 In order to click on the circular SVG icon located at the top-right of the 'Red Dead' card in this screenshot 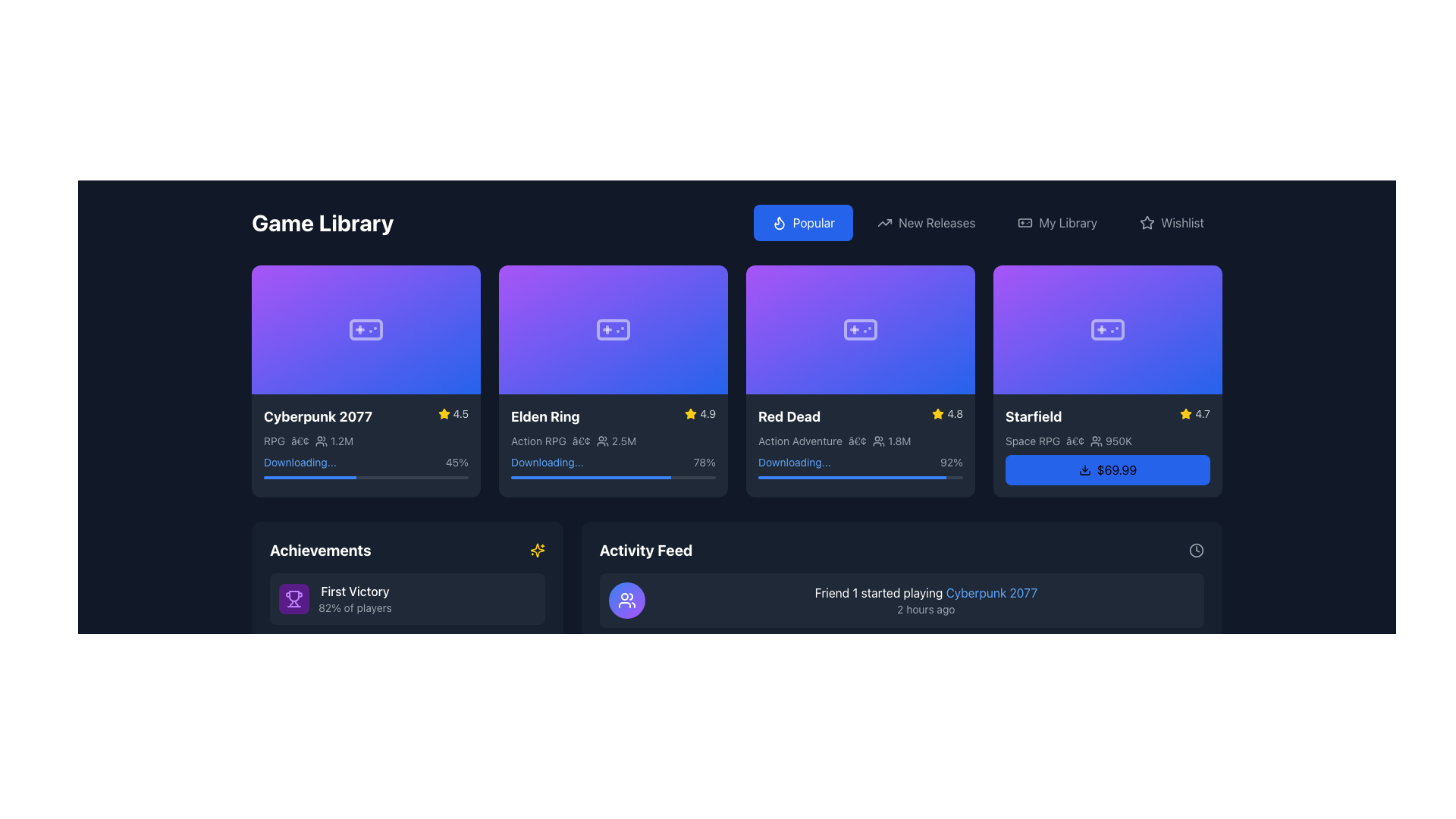, I will do `click(954, 284)`.